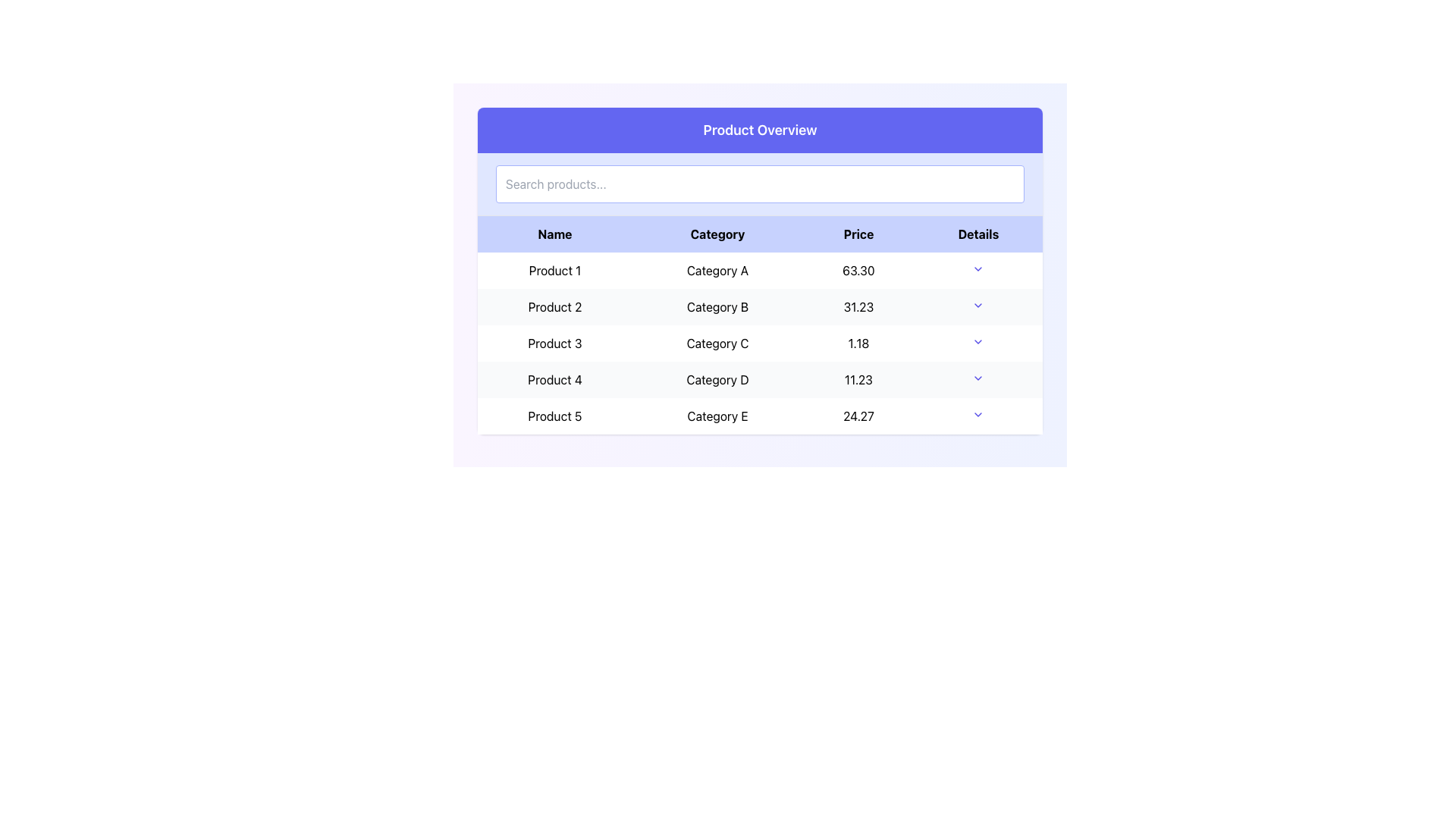 This screenshot has height=819, width=1456. I want to click on the Text Header which has a blue background and white text reading 'Product Overview', so click(760, 130).